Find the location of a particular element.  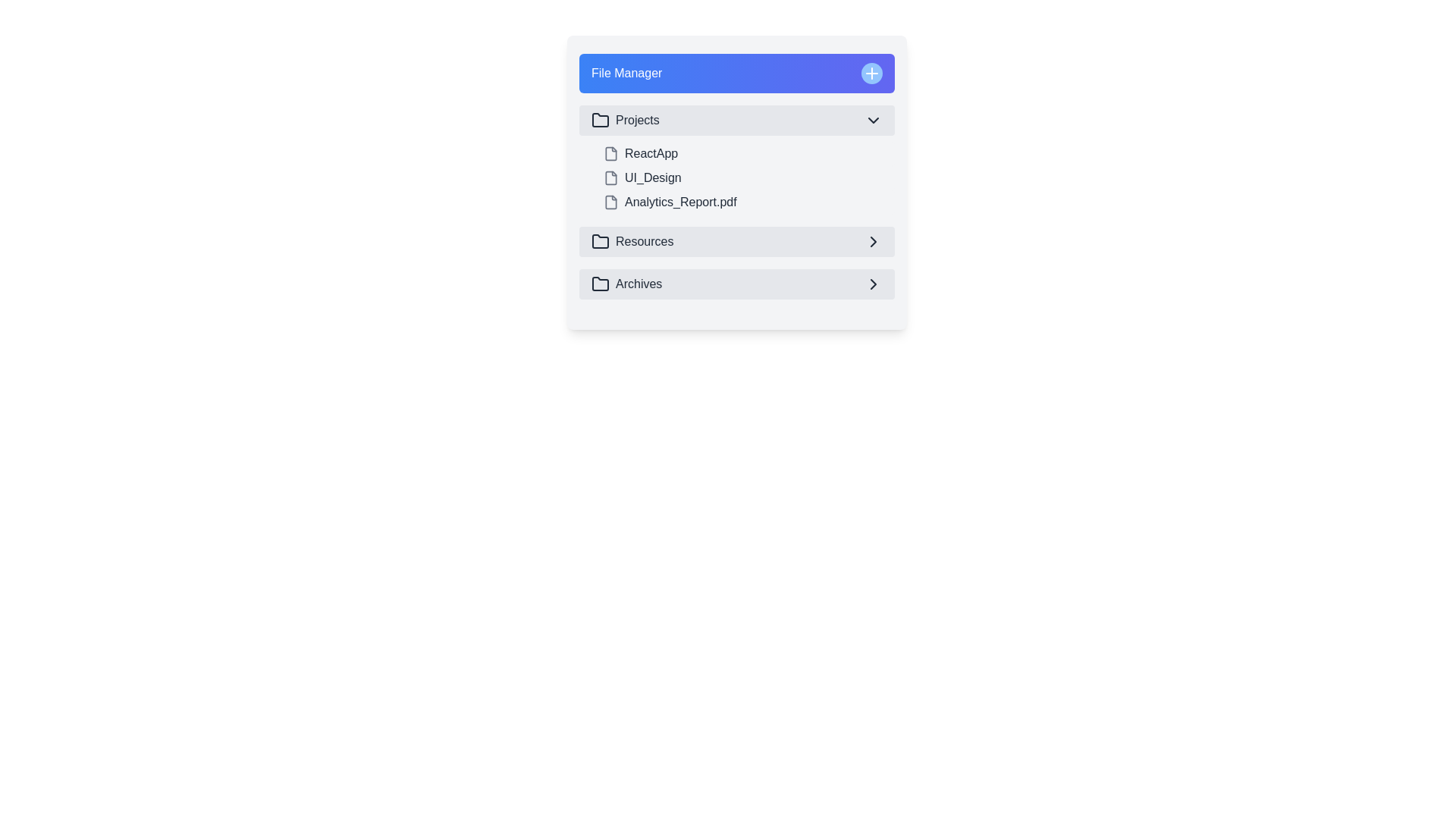

the text label displaying the filename 'Analytics_Report.pdf' is located at coordinates (679, 201).